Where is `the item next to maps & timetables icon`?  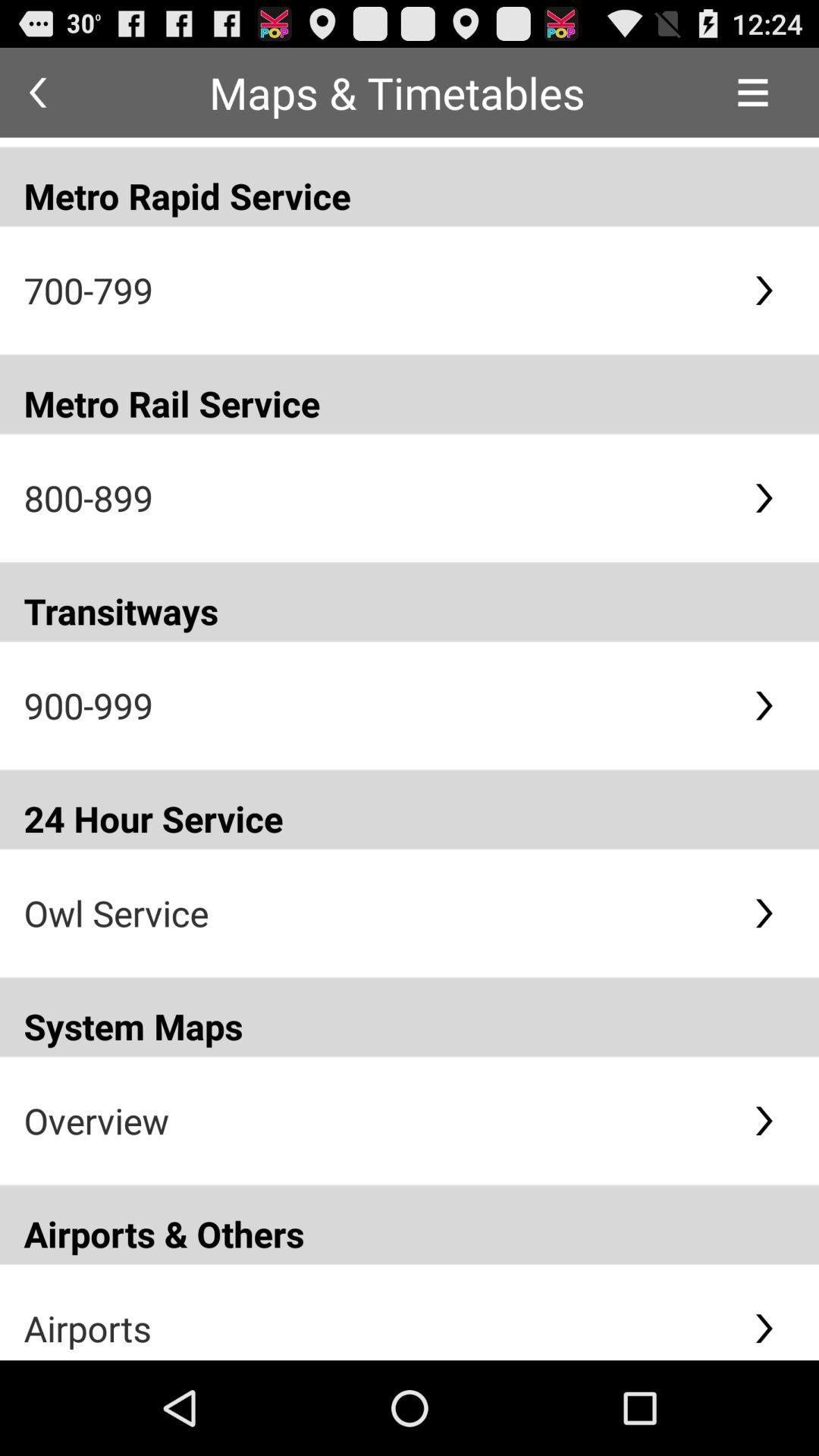 the item next to maps & timetables icon is located at coordinates (36, 92).